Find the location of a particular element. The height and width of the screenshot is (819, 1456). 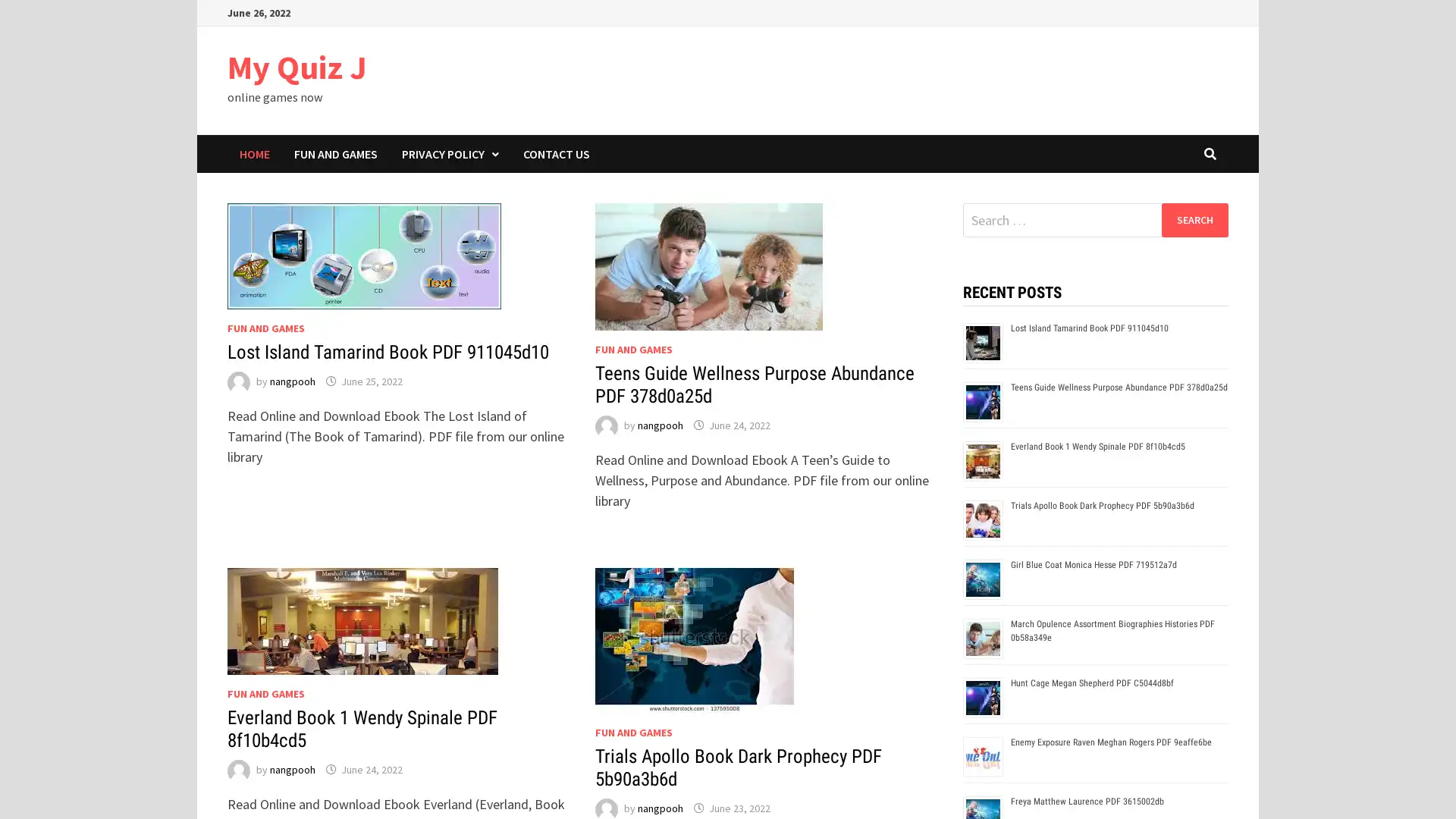

Search is located at coordinates (1194, 219).